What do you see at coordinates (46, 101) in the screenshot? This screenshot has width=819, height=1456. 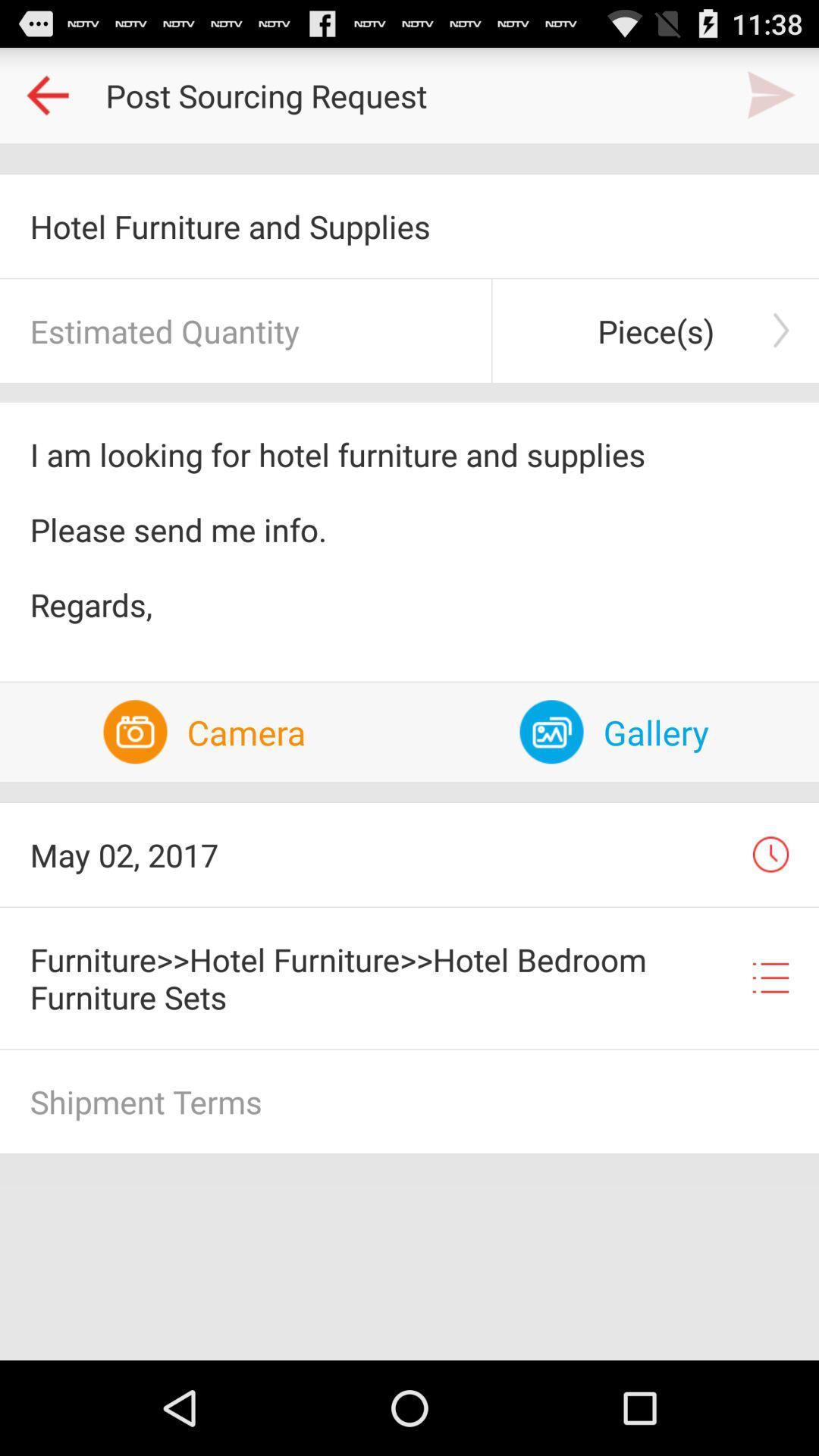 I see `the arrow_backward icon` at bounding box center [46, 101].